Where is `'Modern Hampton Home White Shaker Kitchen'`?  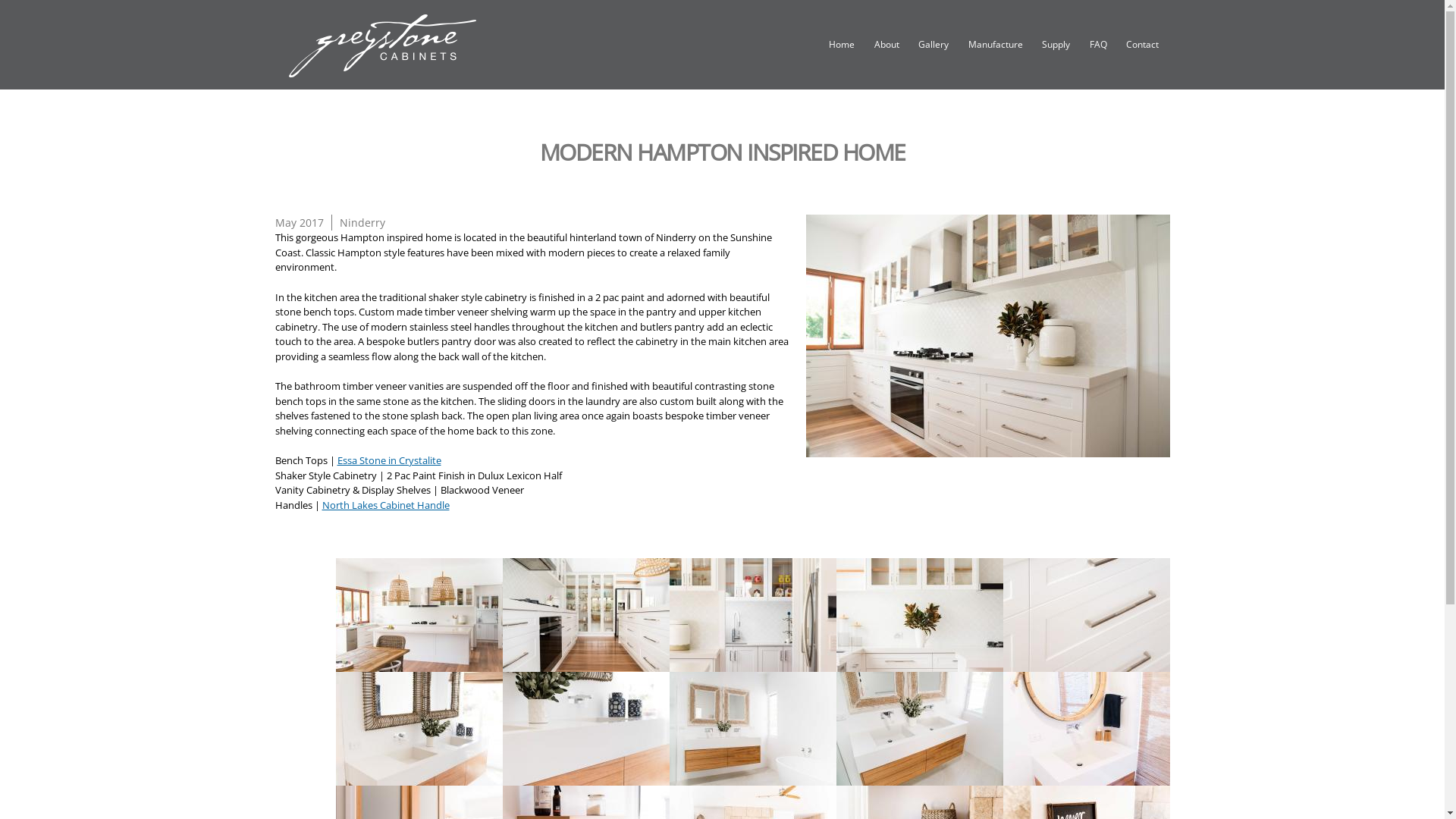
'Modern Hampton Home White Shaker Kitchen' is located at coordinates (987, 334).